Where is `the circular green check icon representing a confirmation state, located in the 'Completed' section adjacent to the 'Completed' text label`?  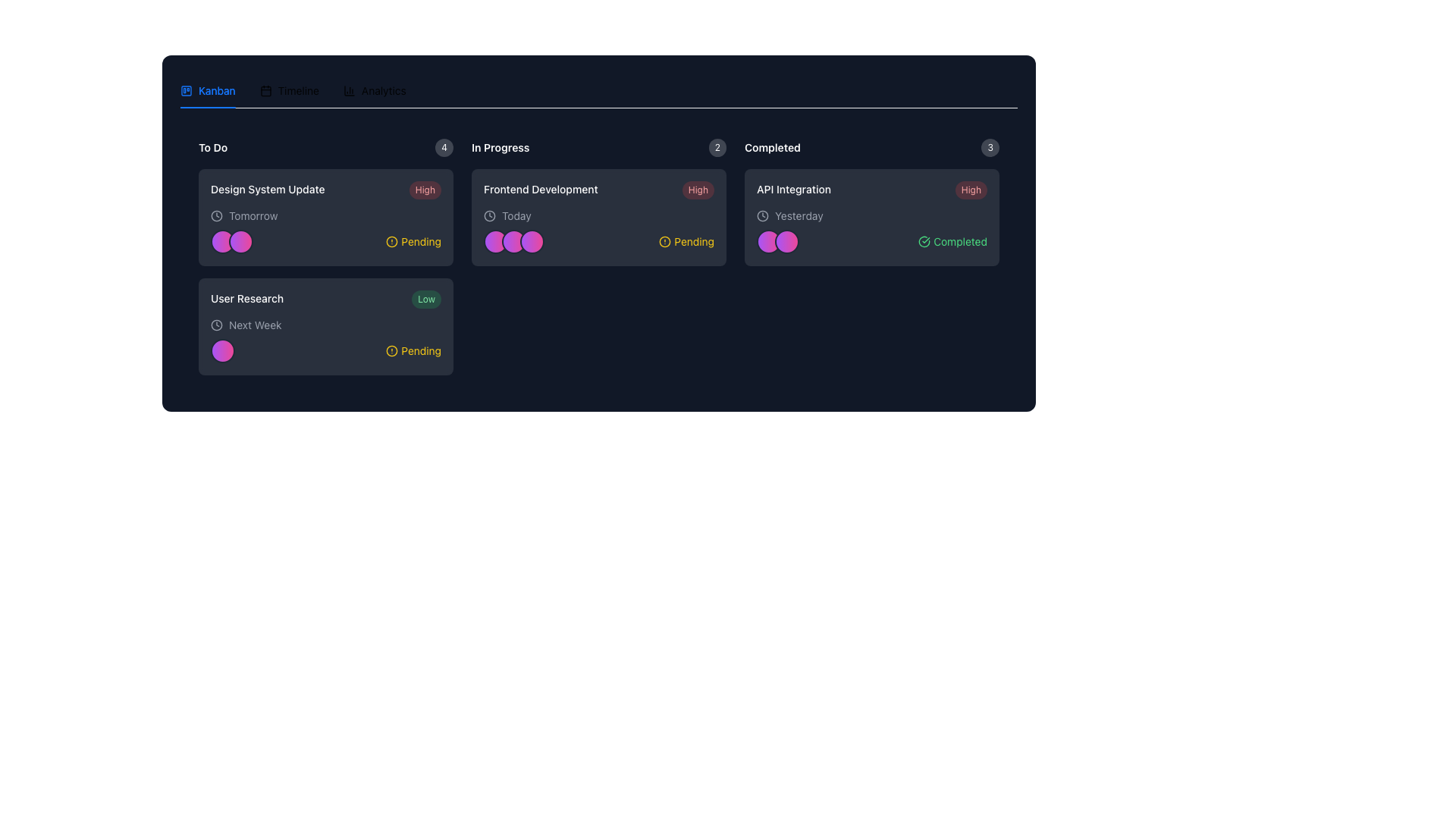
the circular green check icon representing a confirmation state, located in the 'Completed' section adjacent to the 'Completed' text label is located at coordinates (924, 241).